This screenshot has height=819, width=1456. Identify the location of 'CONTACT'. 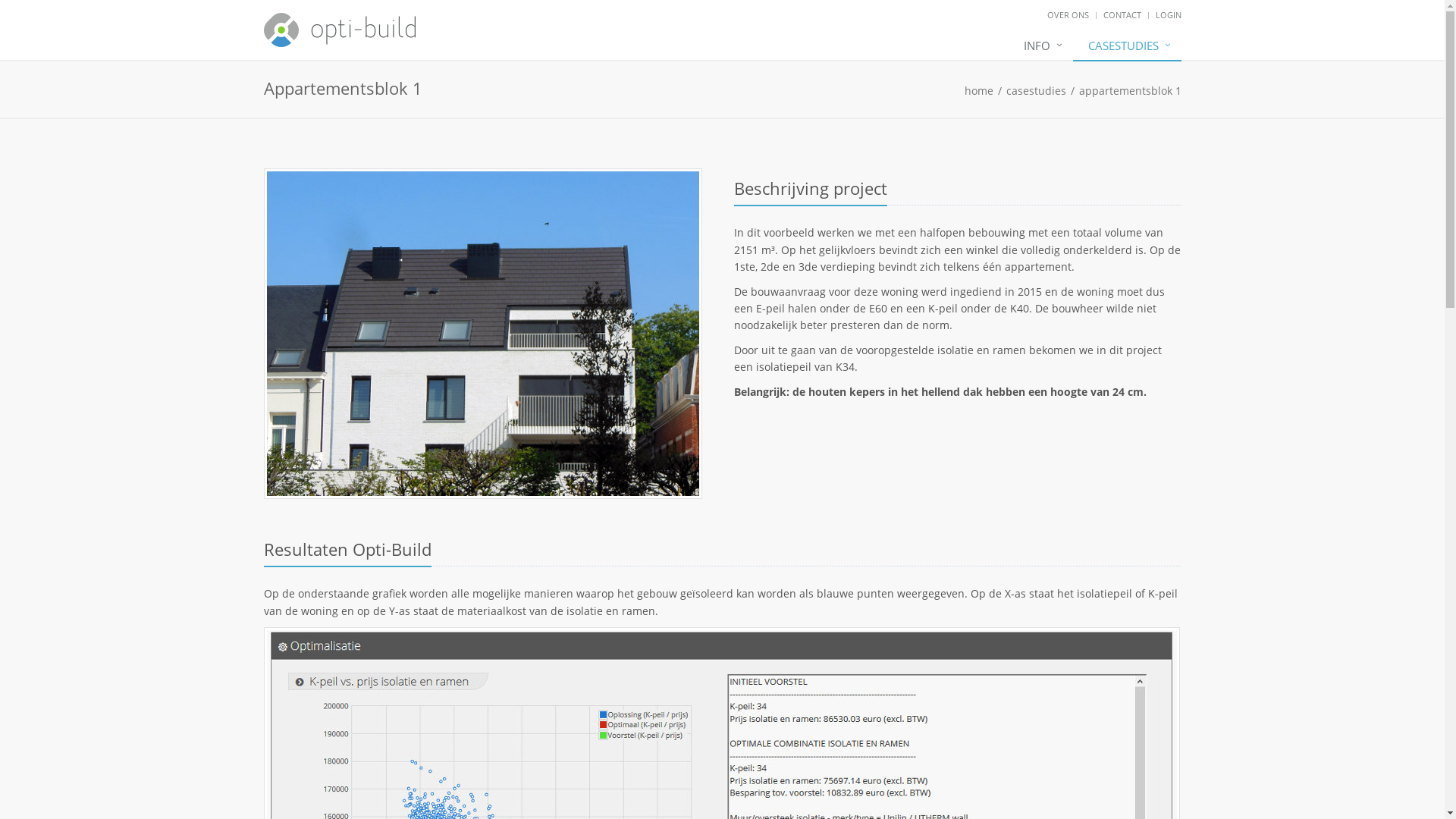
(1121, 14).